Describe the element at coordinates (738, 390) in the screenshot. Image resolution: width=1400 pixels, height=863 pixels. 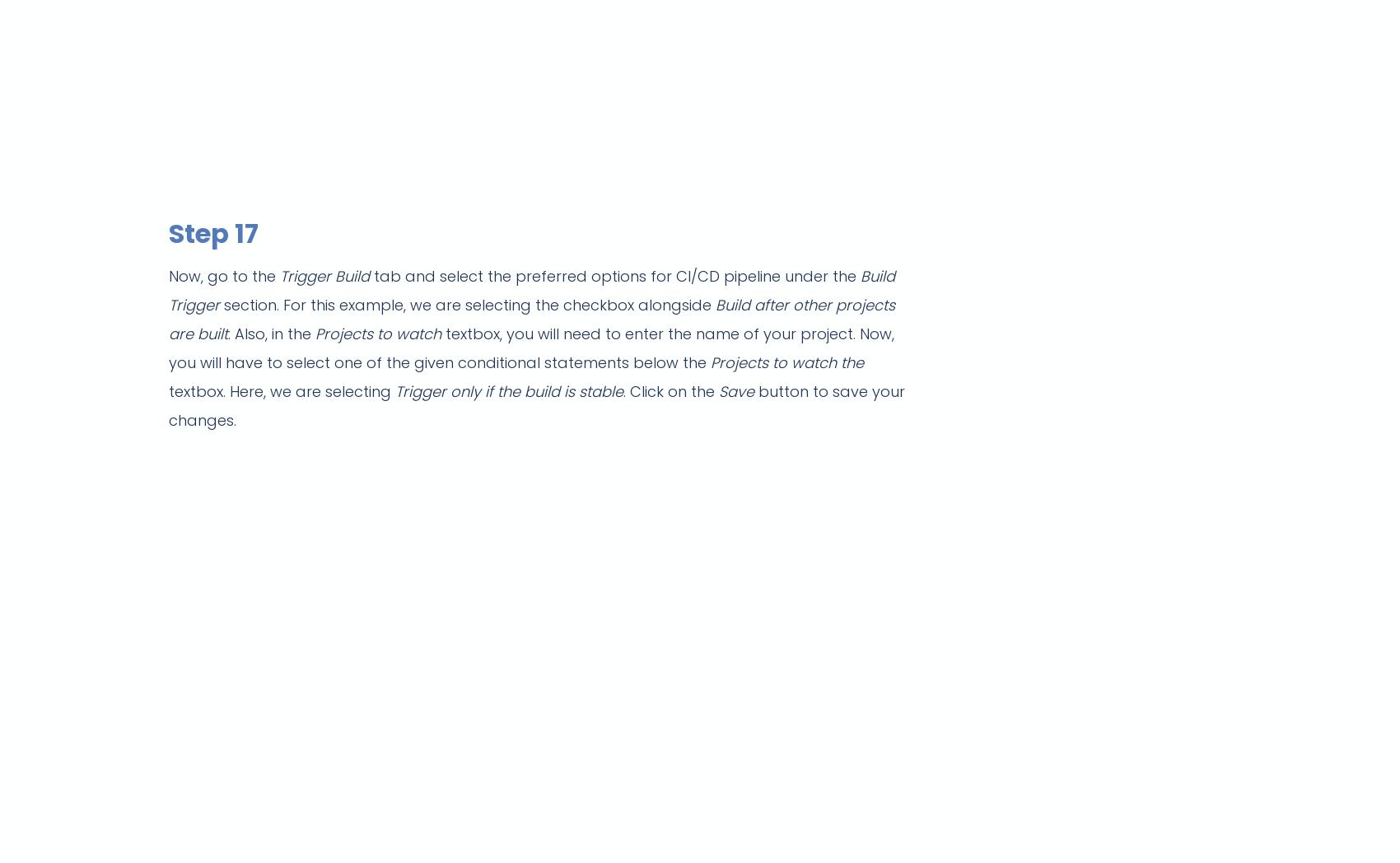
I see `'Save'` at that location.